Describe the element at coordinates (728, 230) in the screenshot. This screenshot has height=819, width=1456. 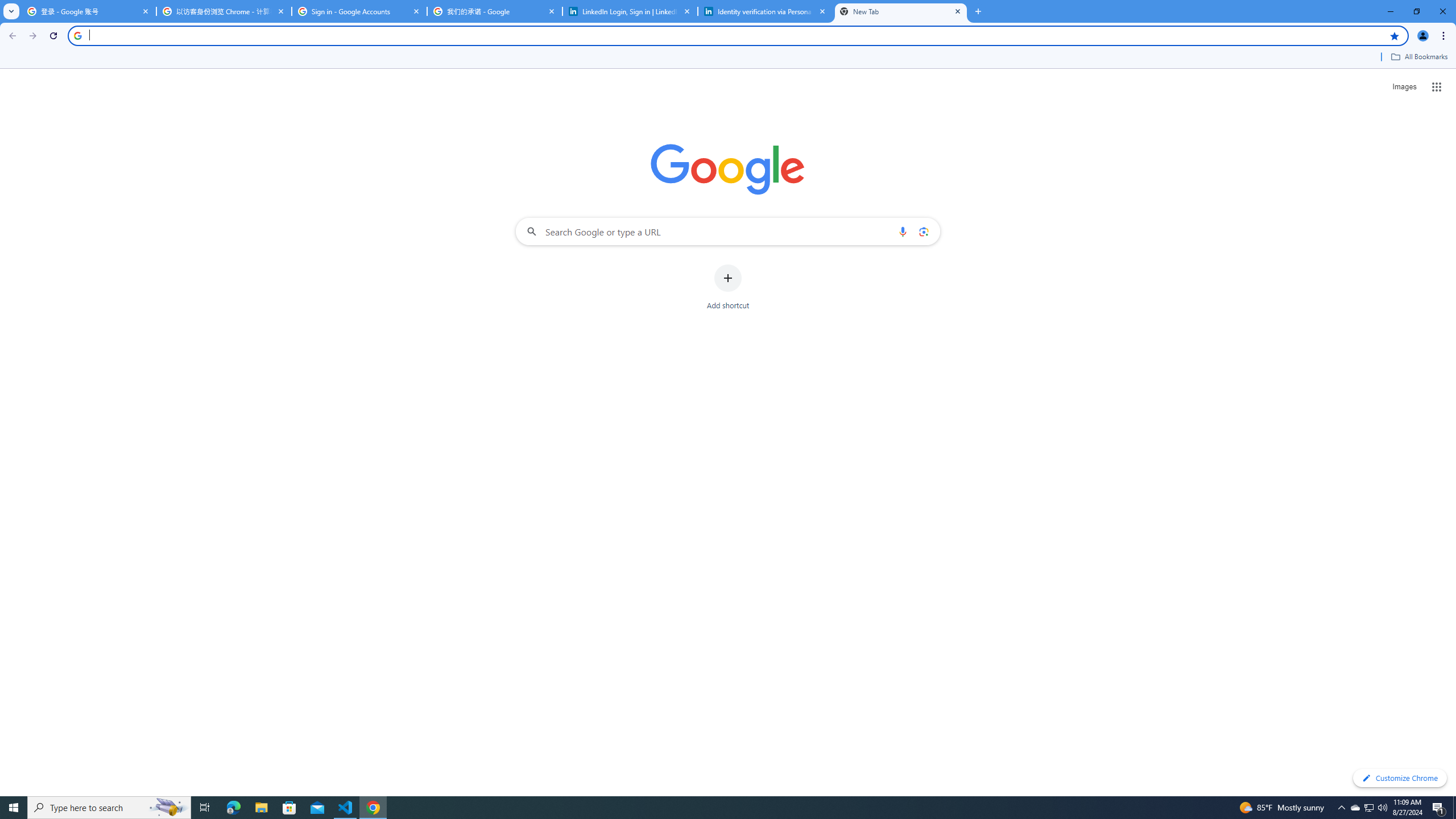
I see `'Search Google or type a URL'` at that location.